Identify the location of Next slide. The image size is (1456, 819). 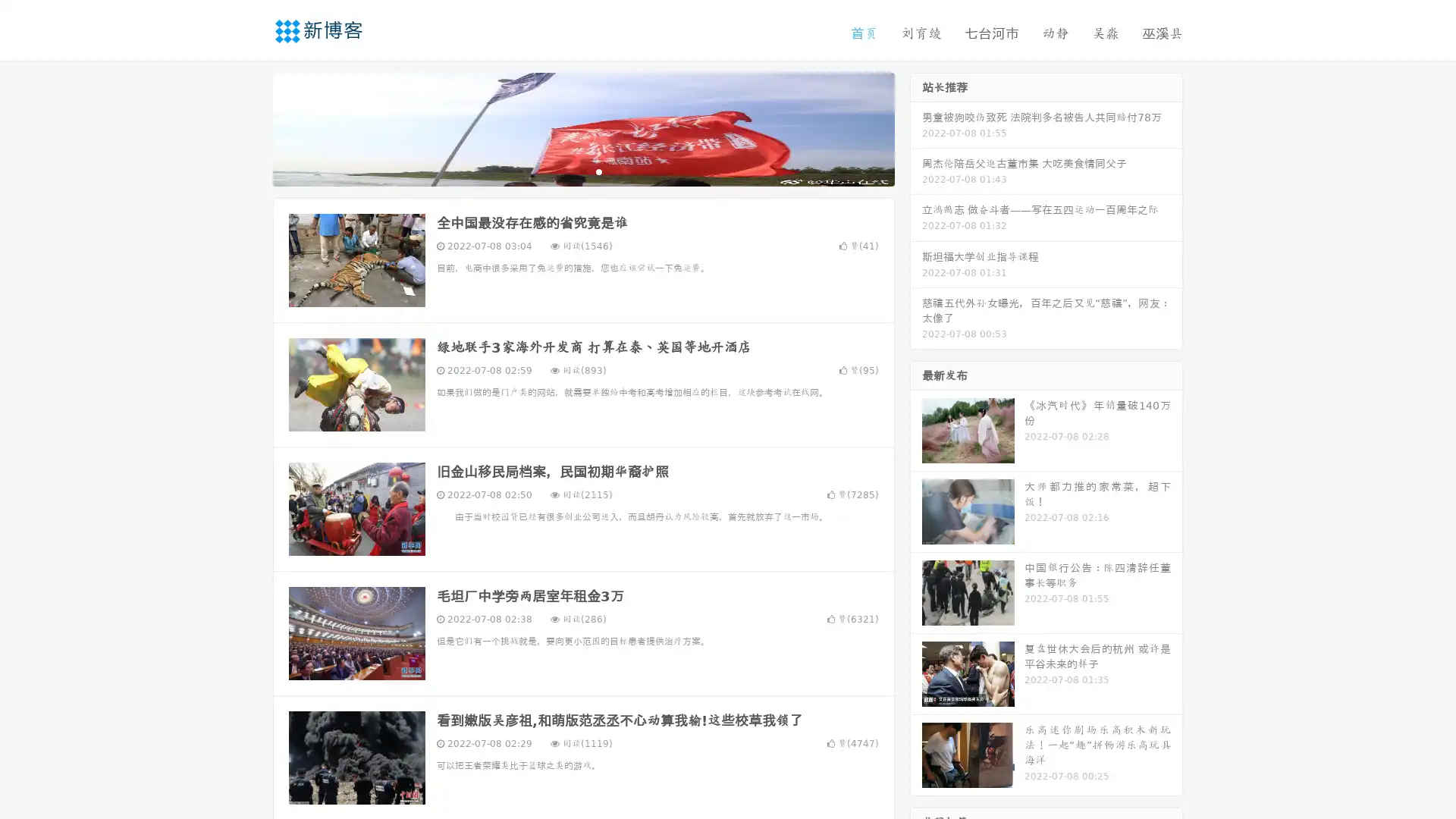
(916, 127).